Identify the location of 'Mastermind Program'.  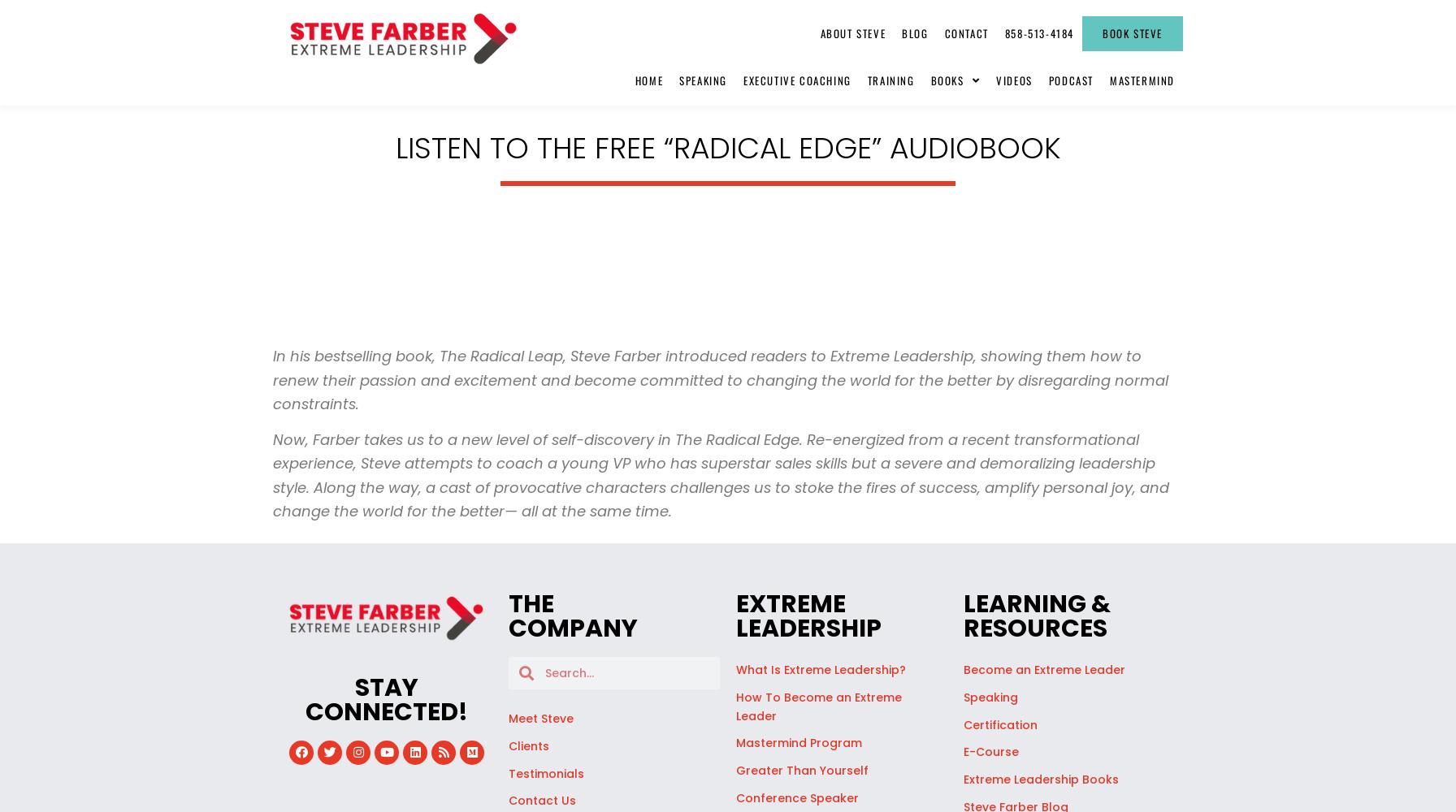
(798, 743).